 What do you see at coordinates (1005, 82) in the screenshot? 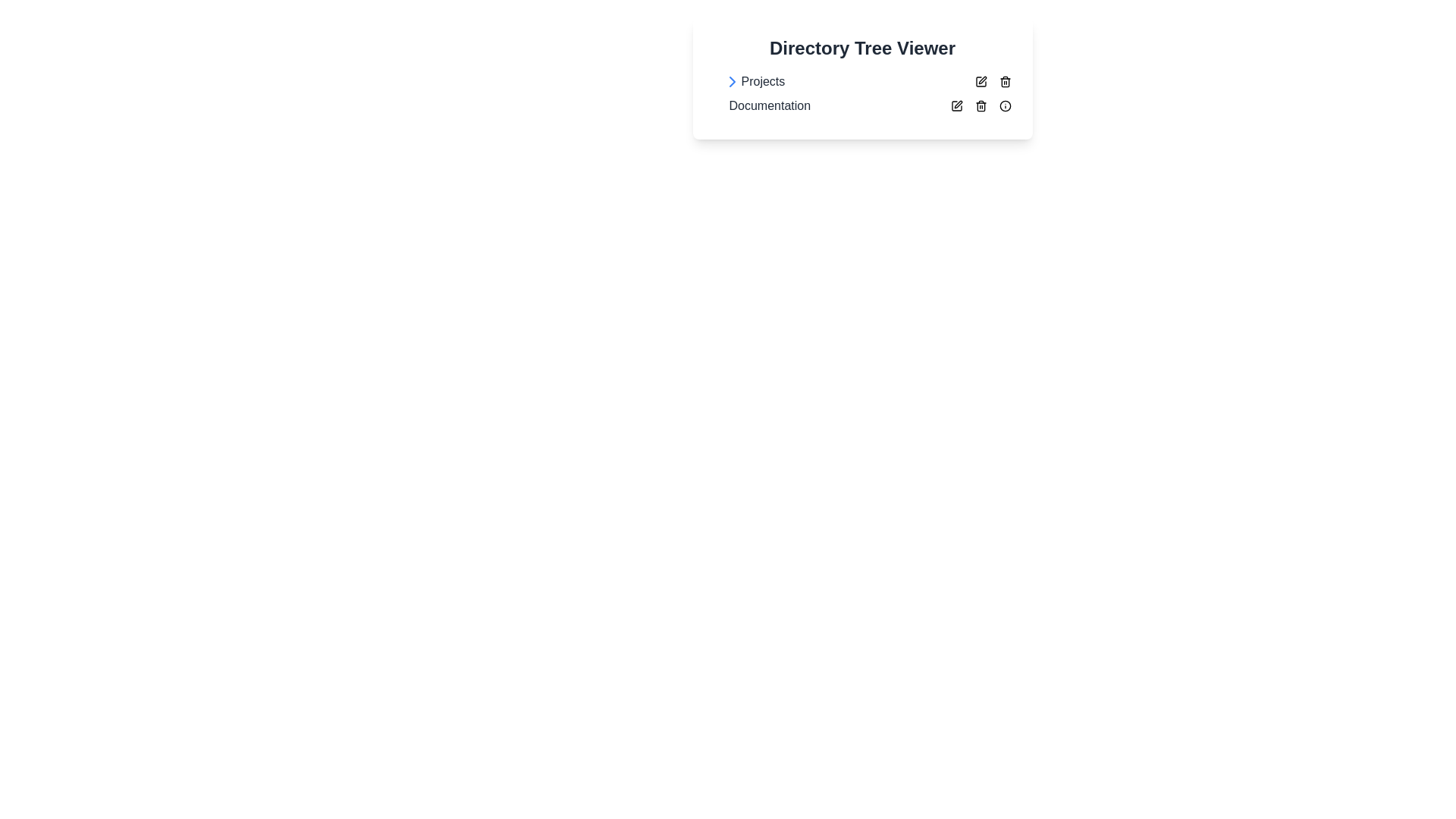
I see `the trash can icon button located in the upper-right corner of the card interface` at bounding box center [1005, 82].